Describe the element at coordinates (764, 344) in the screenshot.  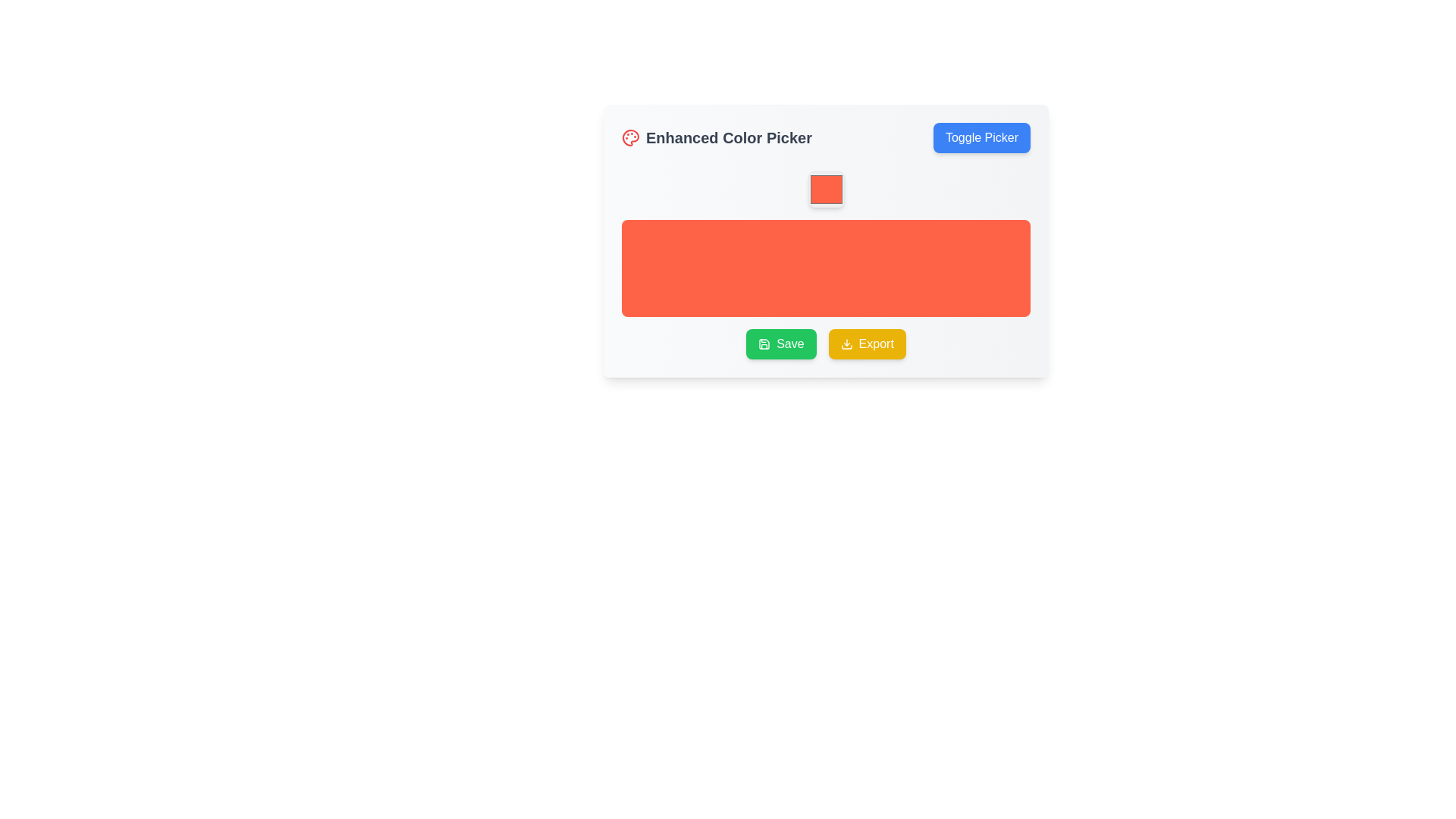
I see `the 'Save' button which features a save icon located on the left side of the button's text` at that location.